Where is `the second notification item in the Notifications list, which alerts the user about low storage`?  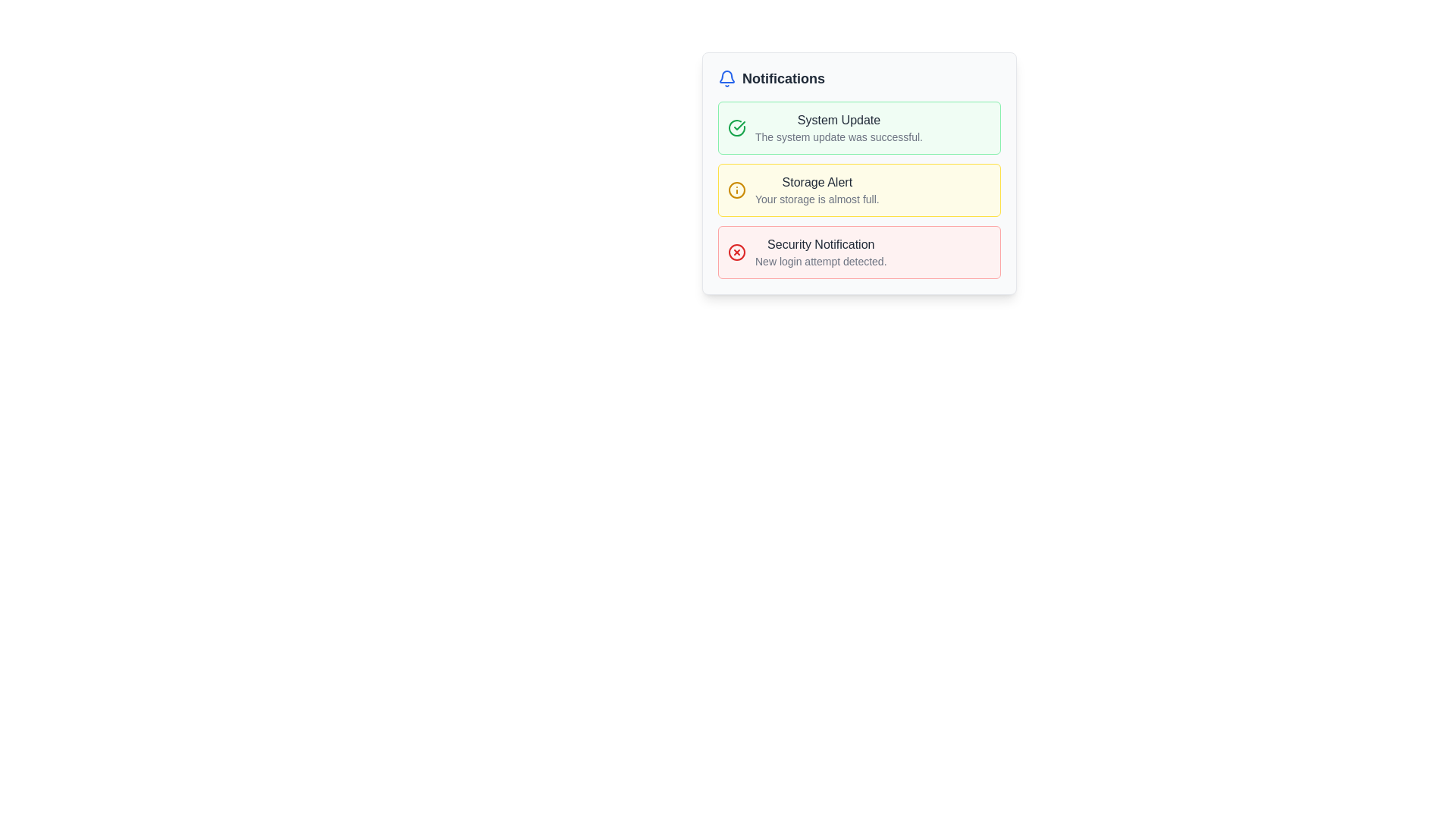
the second notification item in the Notifications list, which alerts the user about low storage is located at coordinates (859, 189).